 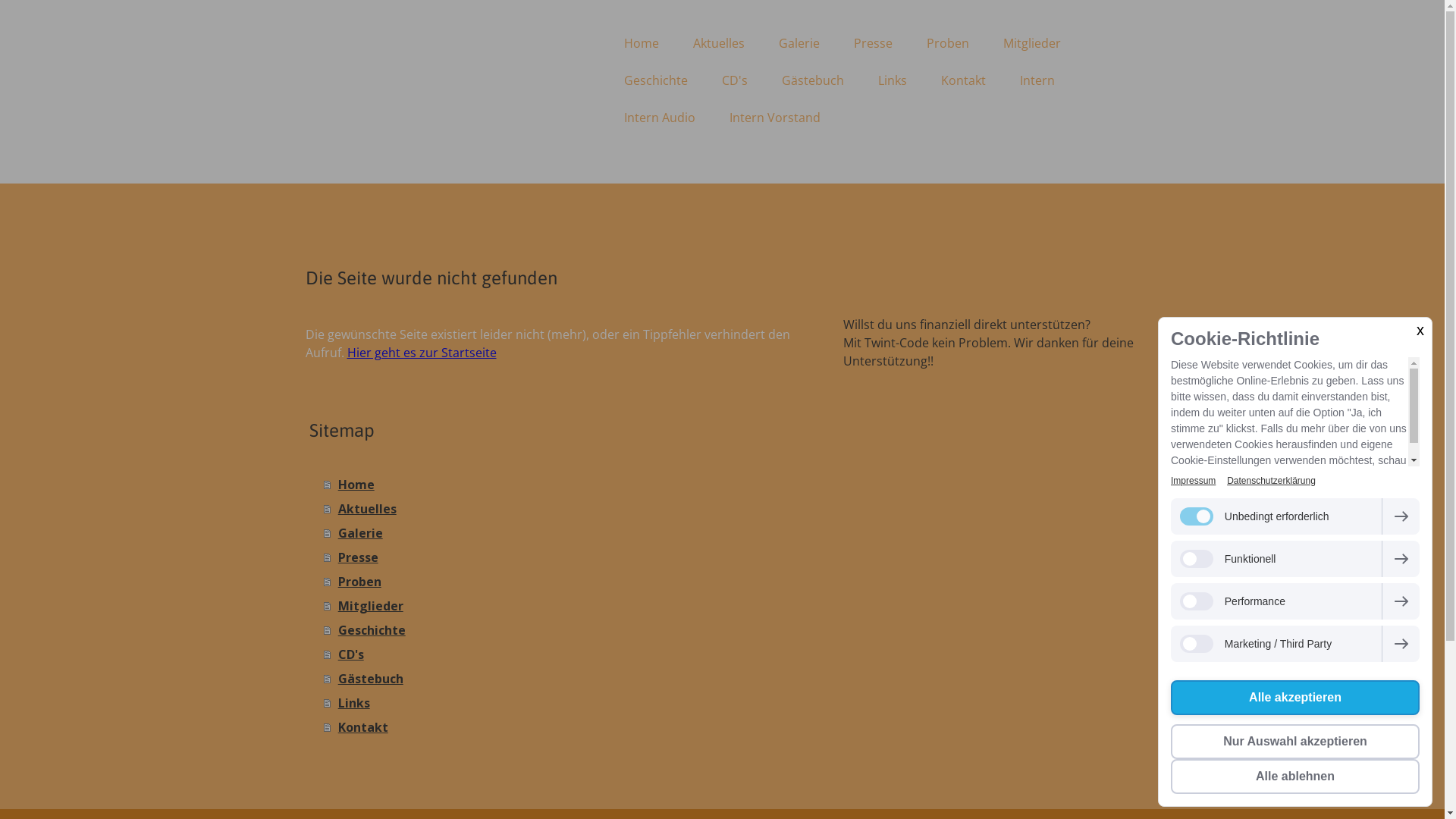 What do you see at coordinates (567, 581) in the screenshot?
I see `'Proben'` at bounding box center [567, 581].